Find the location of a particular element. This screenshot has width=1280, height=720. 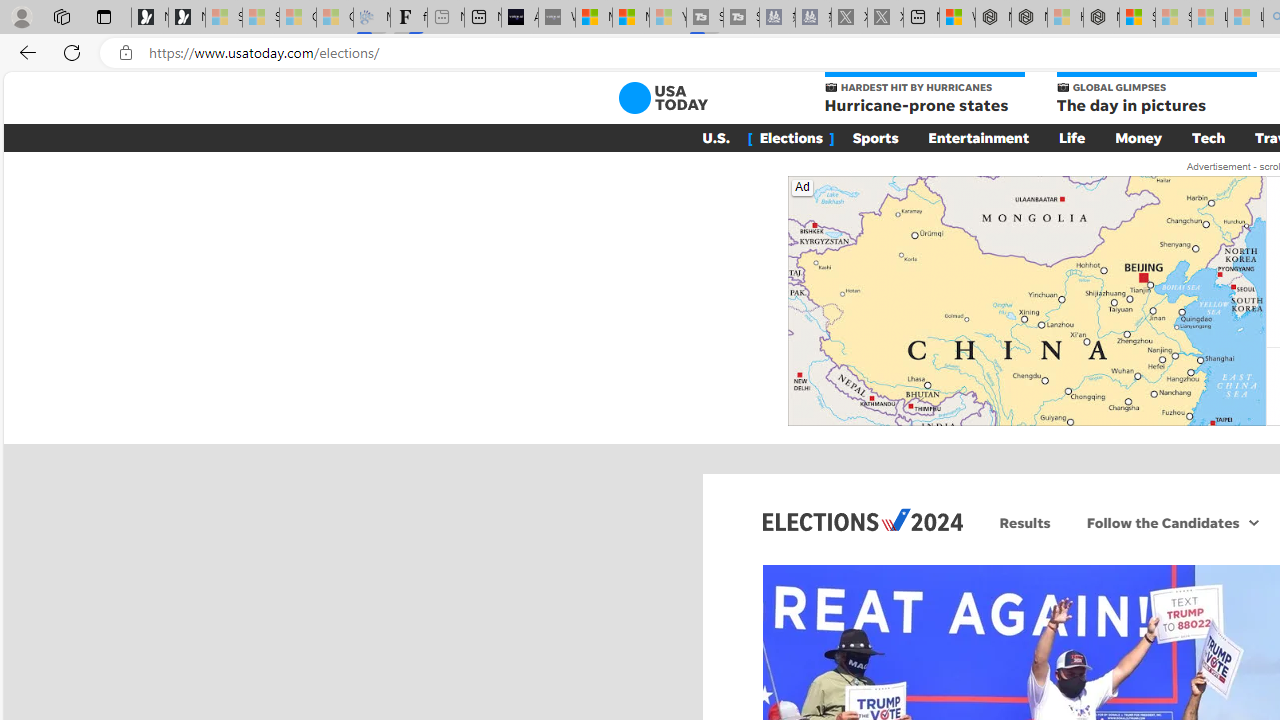

'Elections 2024' is located at coordinates (862, 518).